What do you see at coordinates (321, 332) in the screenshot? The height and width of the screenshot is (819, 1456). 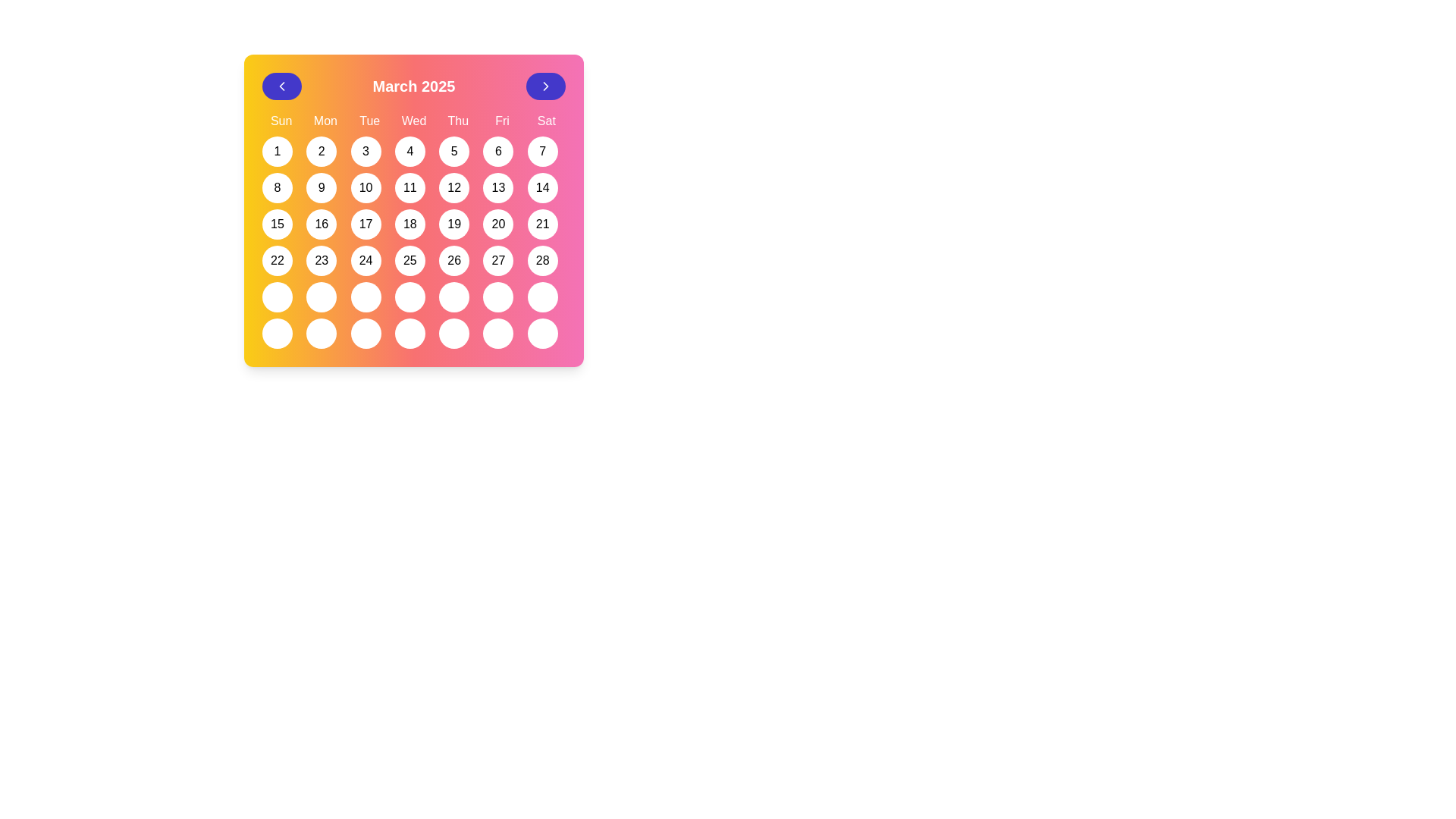 I see `the circular button with a white background located in the sixth row and second column of the calendar grid interface` at bounding box center [321, 332].